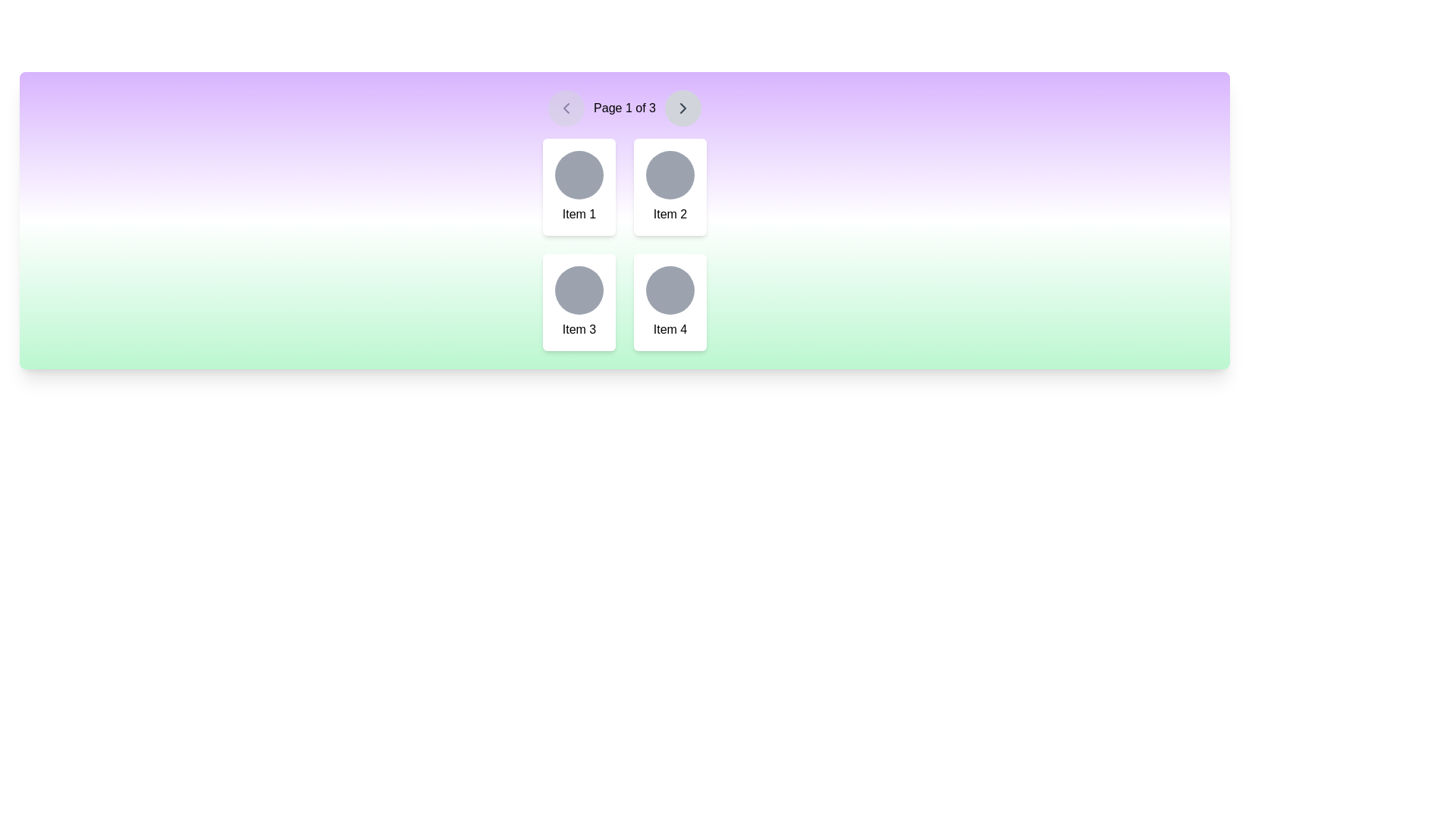 This screenshot has height=819, width=1456. What do you see at coordinates (682, 107) in the screenshot?
I see `the right-facing chevron icon in the navigation bar` at bounding box center [682, 107].